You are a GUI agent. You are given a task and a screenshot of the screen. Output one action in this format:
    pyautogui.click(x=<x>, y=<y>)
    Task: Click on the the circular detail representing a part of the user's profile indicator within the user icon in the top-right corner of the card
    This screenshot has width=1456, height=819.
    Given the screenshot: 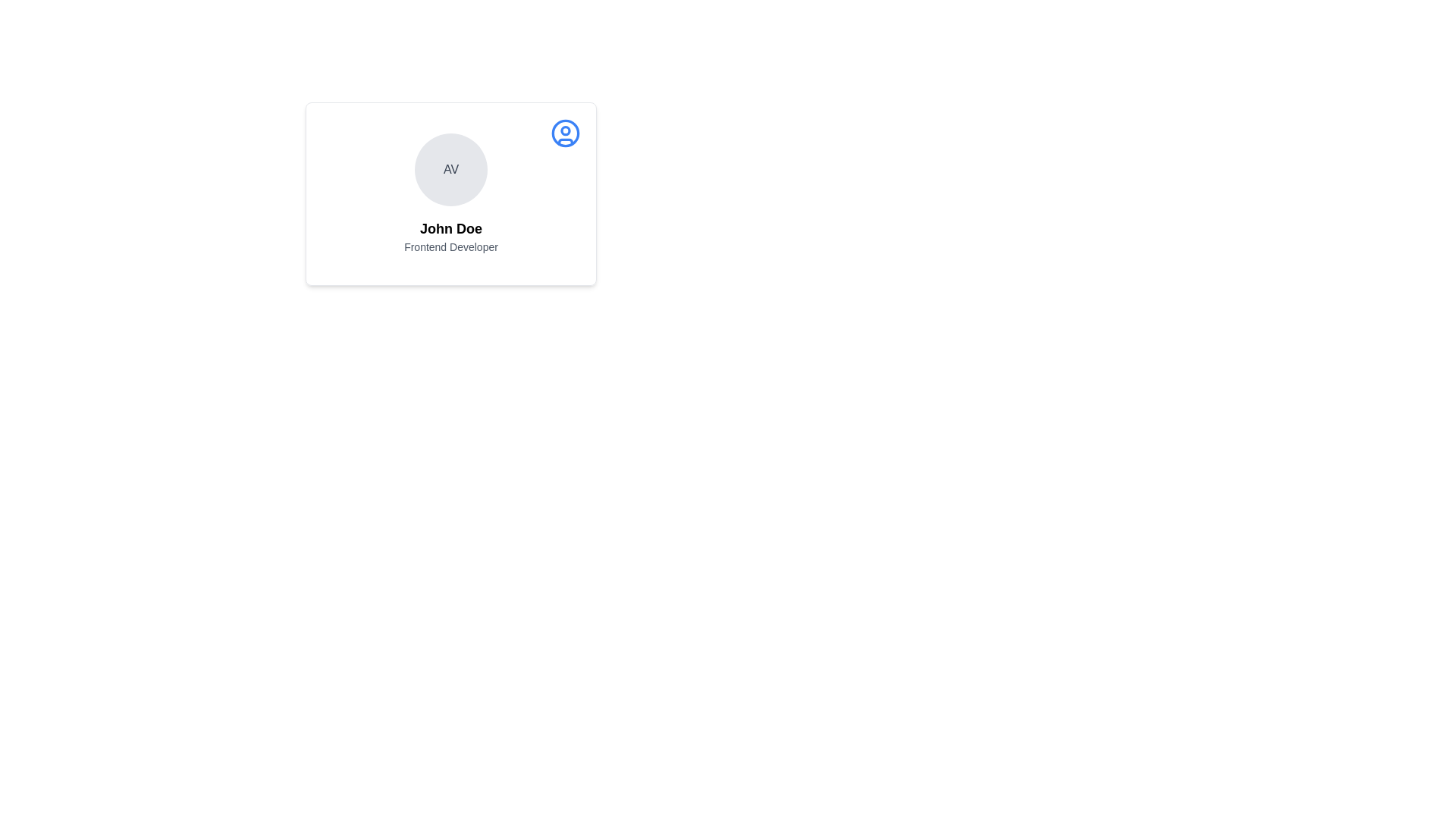 What is the action you would take?
    pyautogui.click(x=564, y=130)
    